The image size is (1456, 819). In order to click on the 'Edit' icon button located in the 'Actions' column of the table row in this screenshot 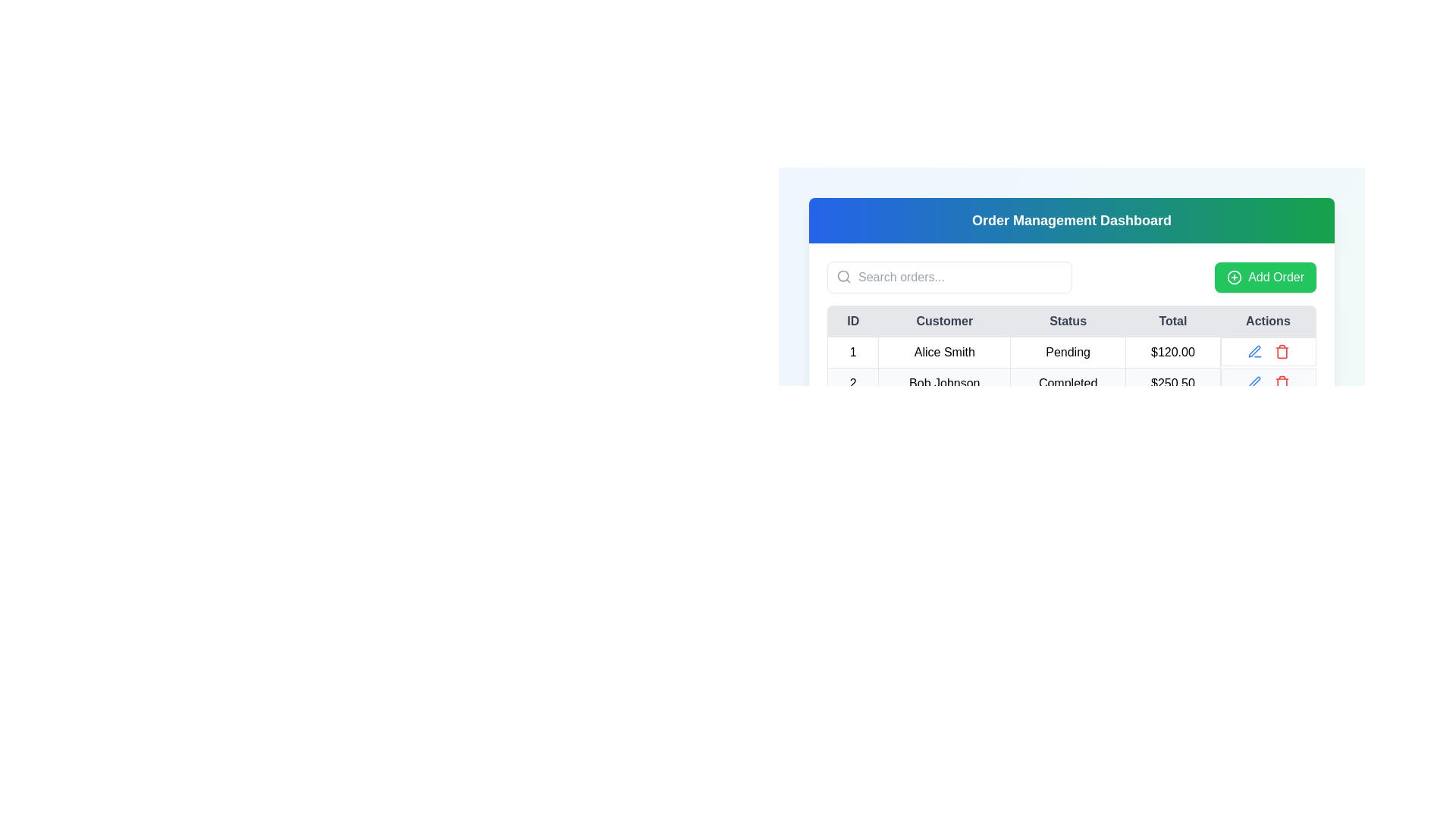, I will do `click(1254, 351)`.